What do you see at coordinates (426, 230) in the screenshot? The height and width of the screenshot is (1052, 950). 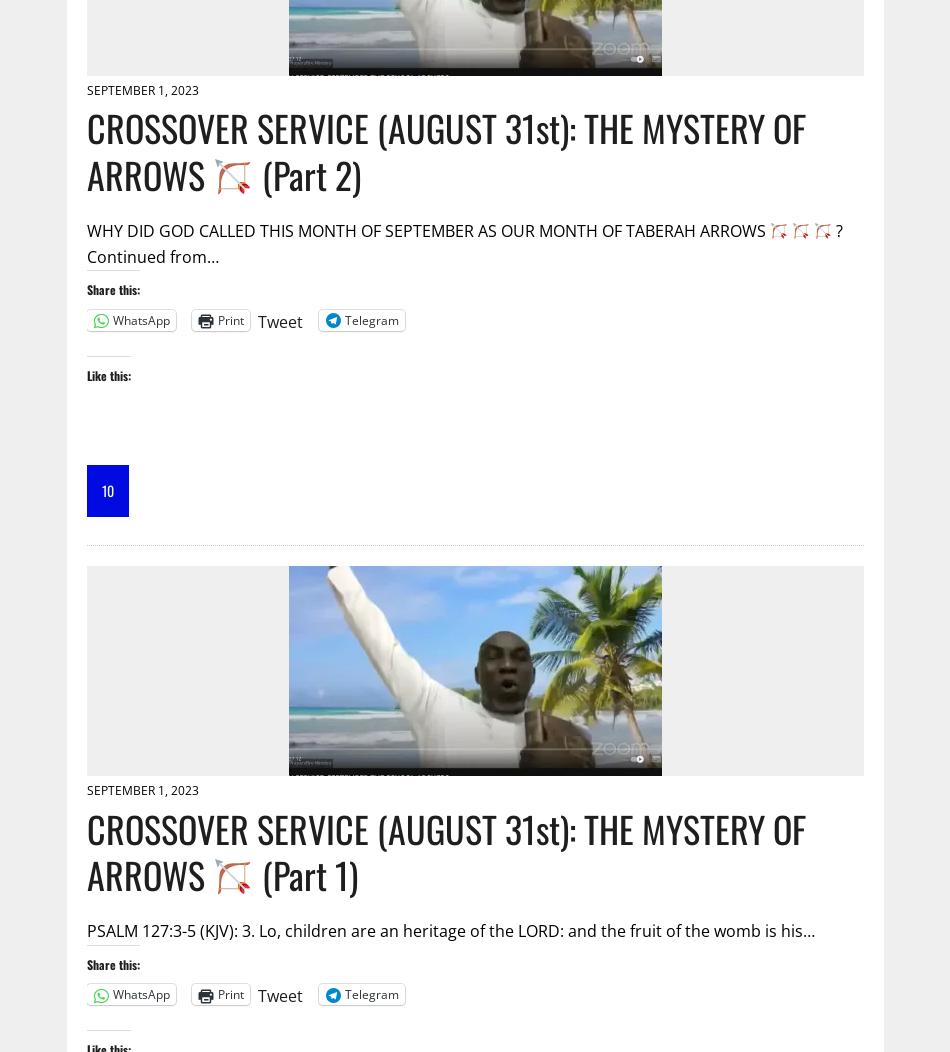 I see `'WHY DID GOD CALLED THIS MONTH OF SEPTEMBER AS OUR MONTH OF TABERAH ARROWS'` at bounding box center [426, 230].